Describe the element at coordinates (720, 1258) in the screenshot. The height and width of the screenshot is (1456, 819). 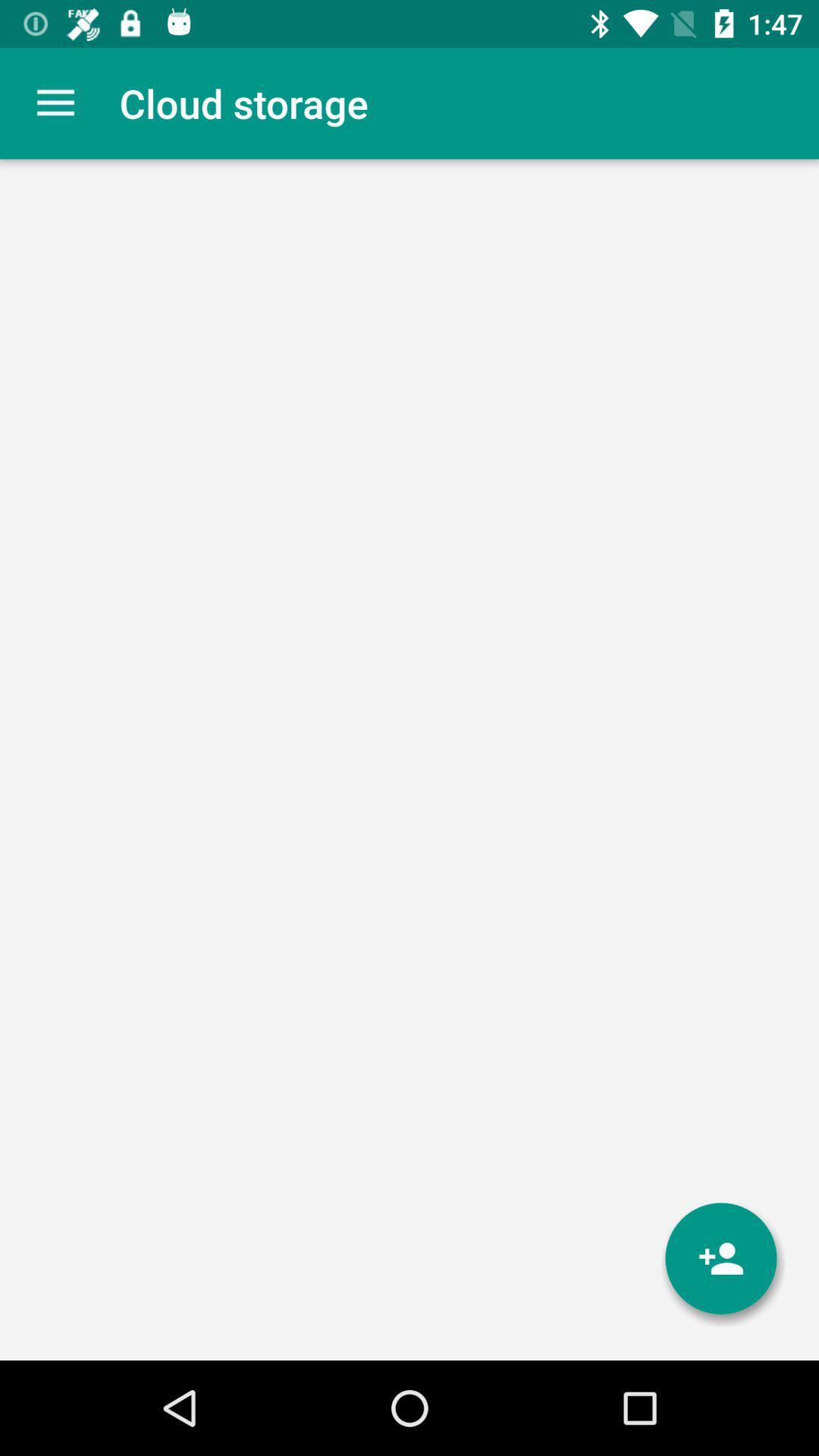
I see `the follow icon` at that location.